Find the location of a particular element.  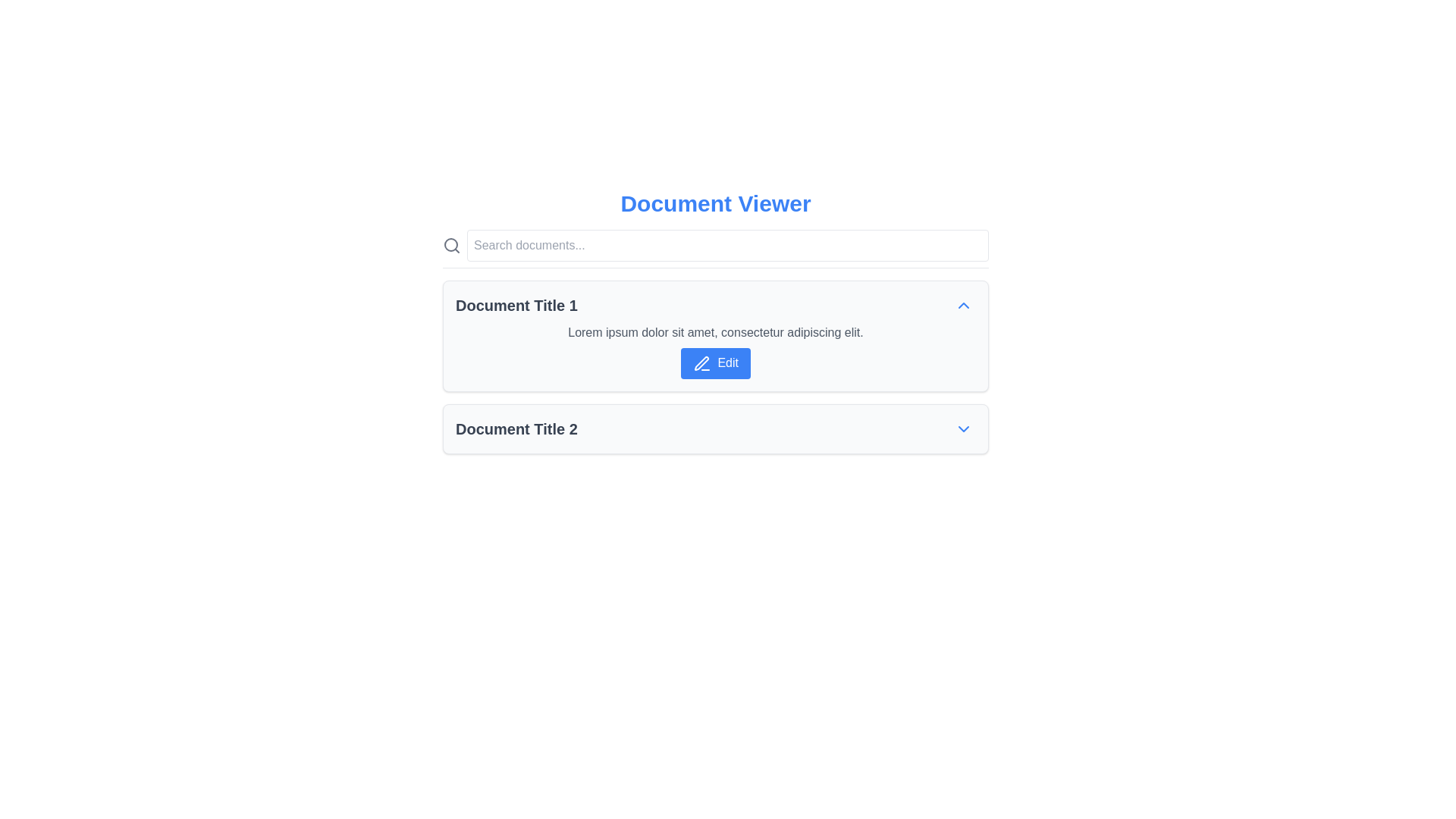

the edit button located within the card titled 'Document Title 1', which is positioned below the text snippet 'Lorem ipsum dolor sit amet, consectetur adipiscing elit.' is located at coordinates (715, 363).